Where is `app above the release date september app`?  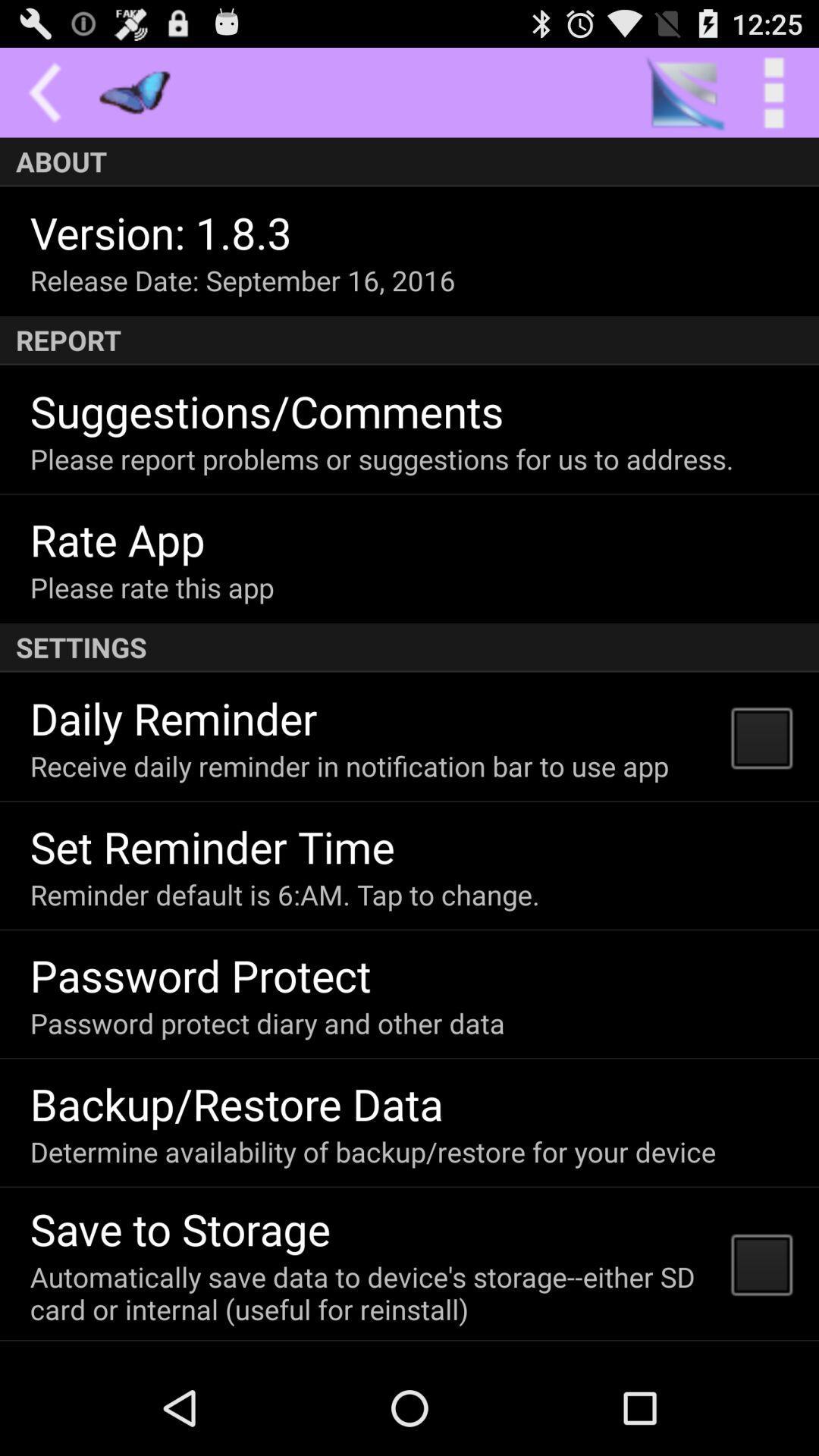
app above the release date september app is located at coordinates (161, 231).